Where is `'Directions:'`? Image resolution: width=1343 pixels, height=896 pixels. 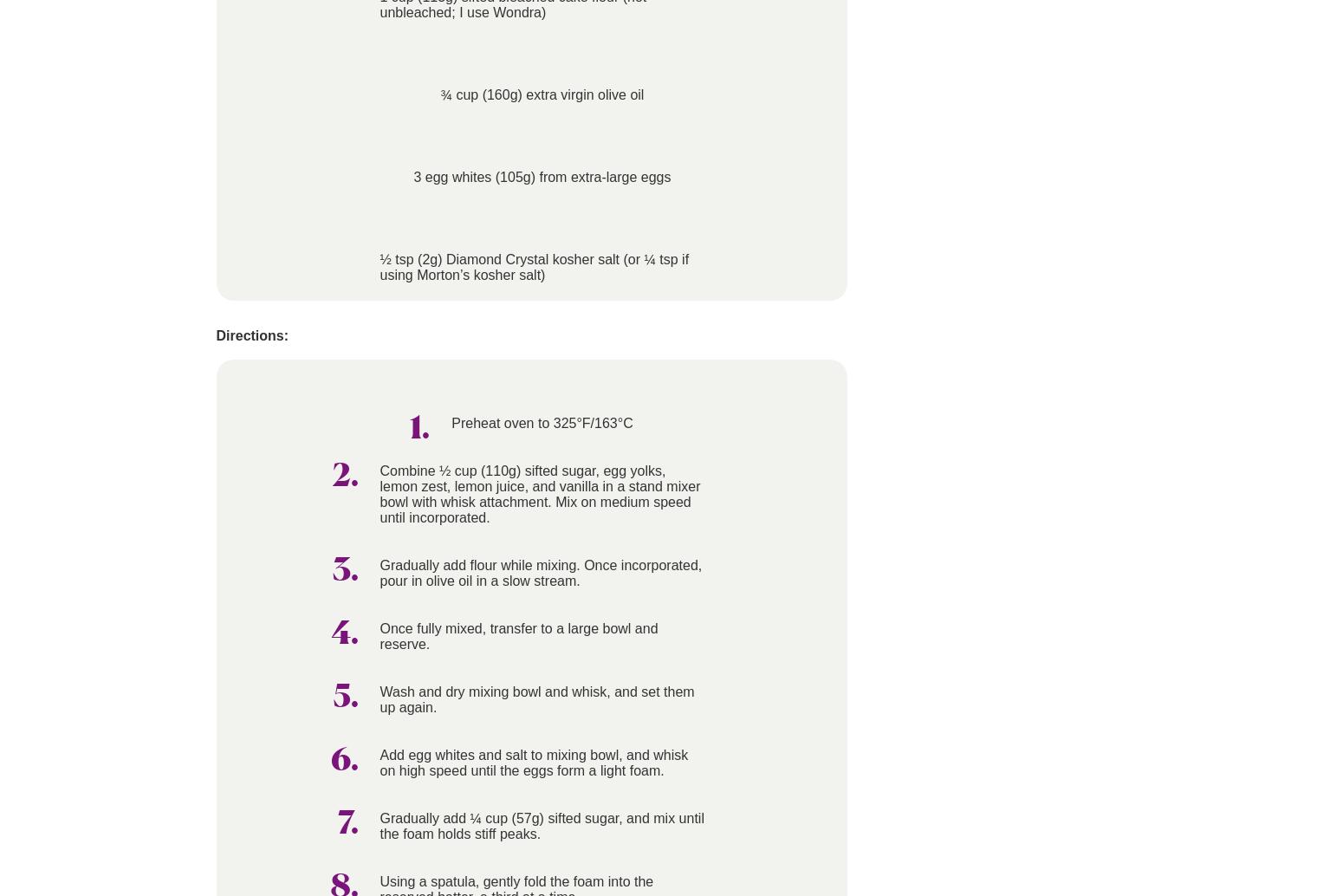
'Directions:' is located at coordinates (251, 334).